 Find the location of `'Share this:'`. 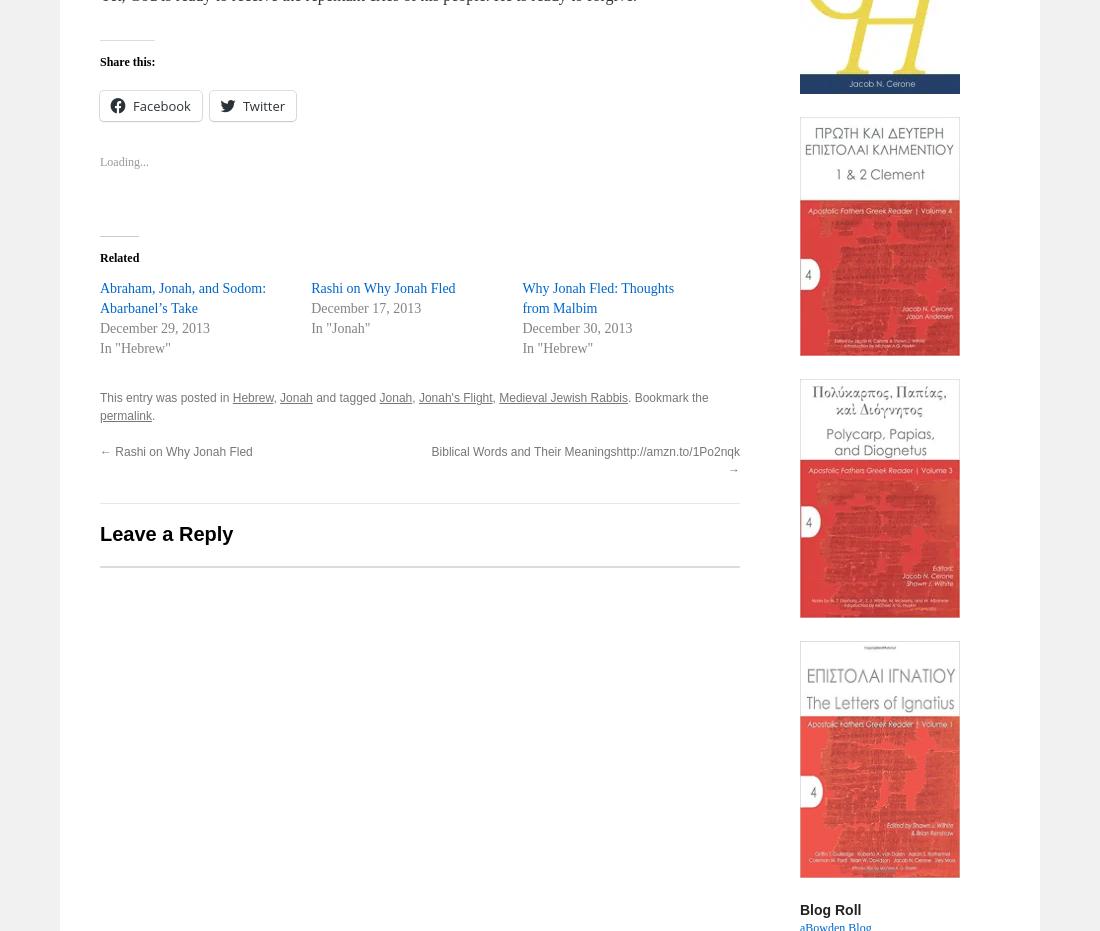

'Share this:' is located at coordinates (127, 61).